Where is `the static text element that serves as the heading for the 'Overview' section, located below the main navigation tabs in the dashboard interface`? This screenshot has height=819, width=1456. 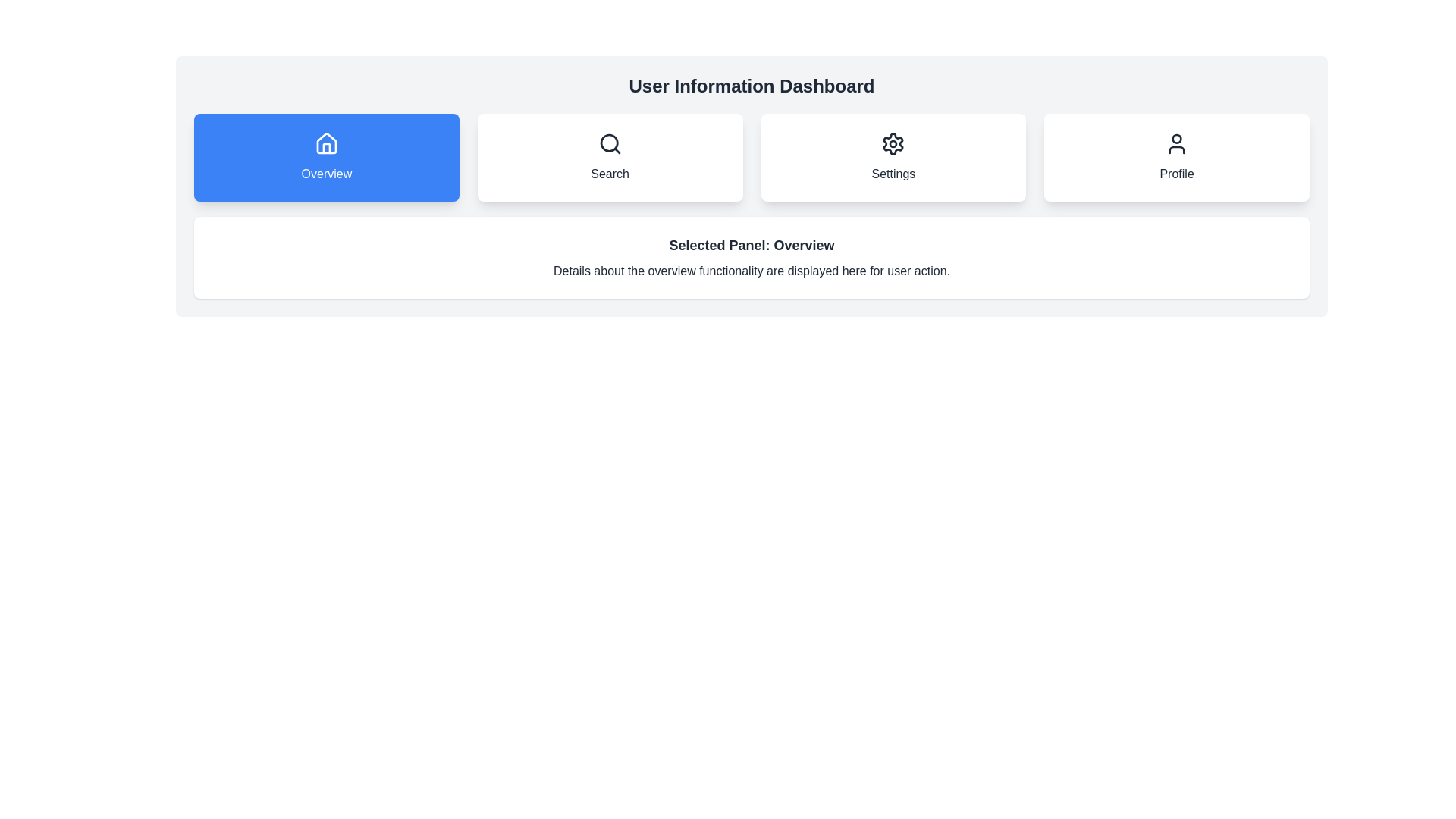 the static text element that serves as the heading for the 'Overview' section, located below the main navigation tabs in the dashboard interface is located at coordinates (752, 245).